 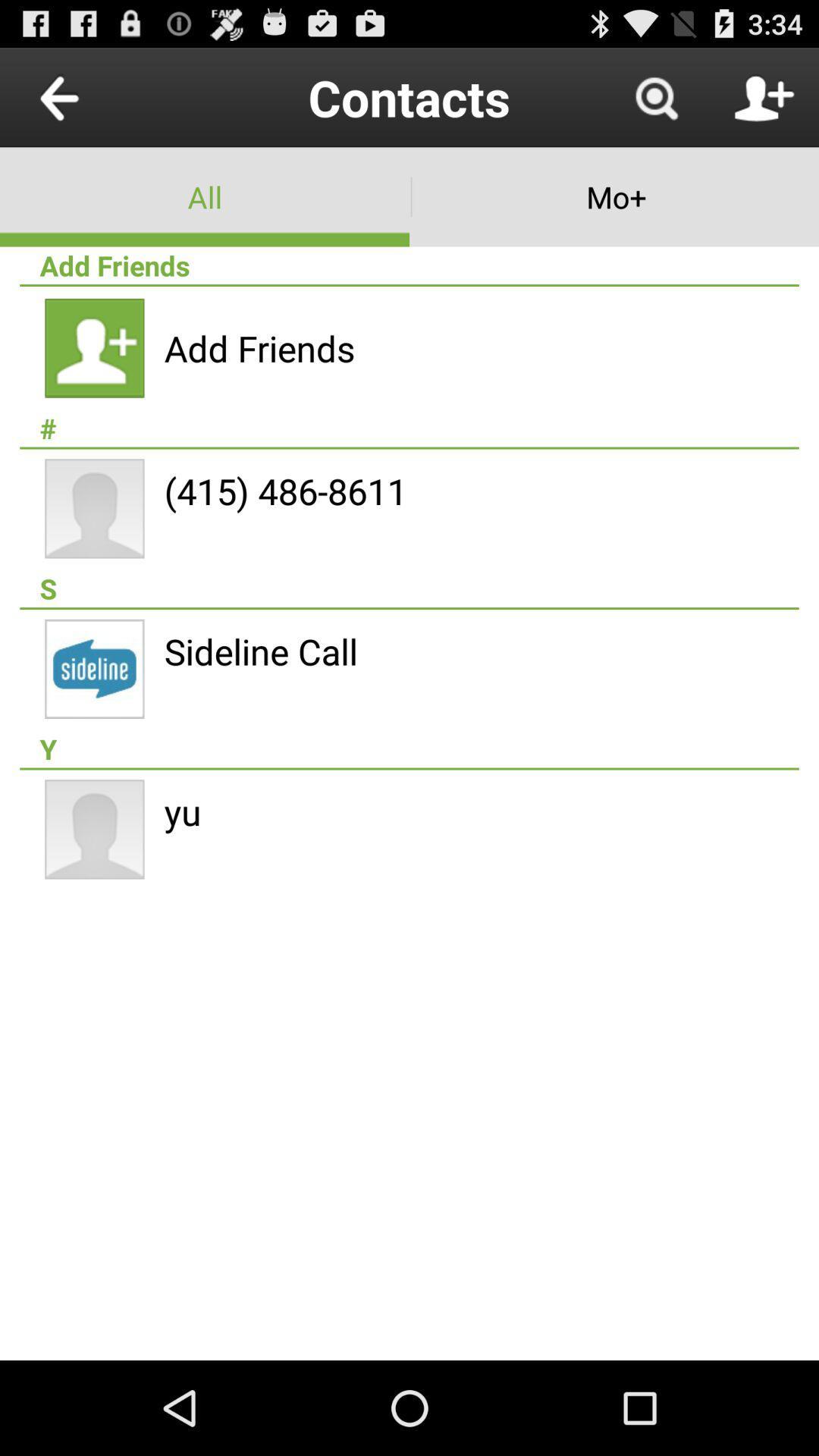 I want to click on yu app, so click(x=182, y=811).